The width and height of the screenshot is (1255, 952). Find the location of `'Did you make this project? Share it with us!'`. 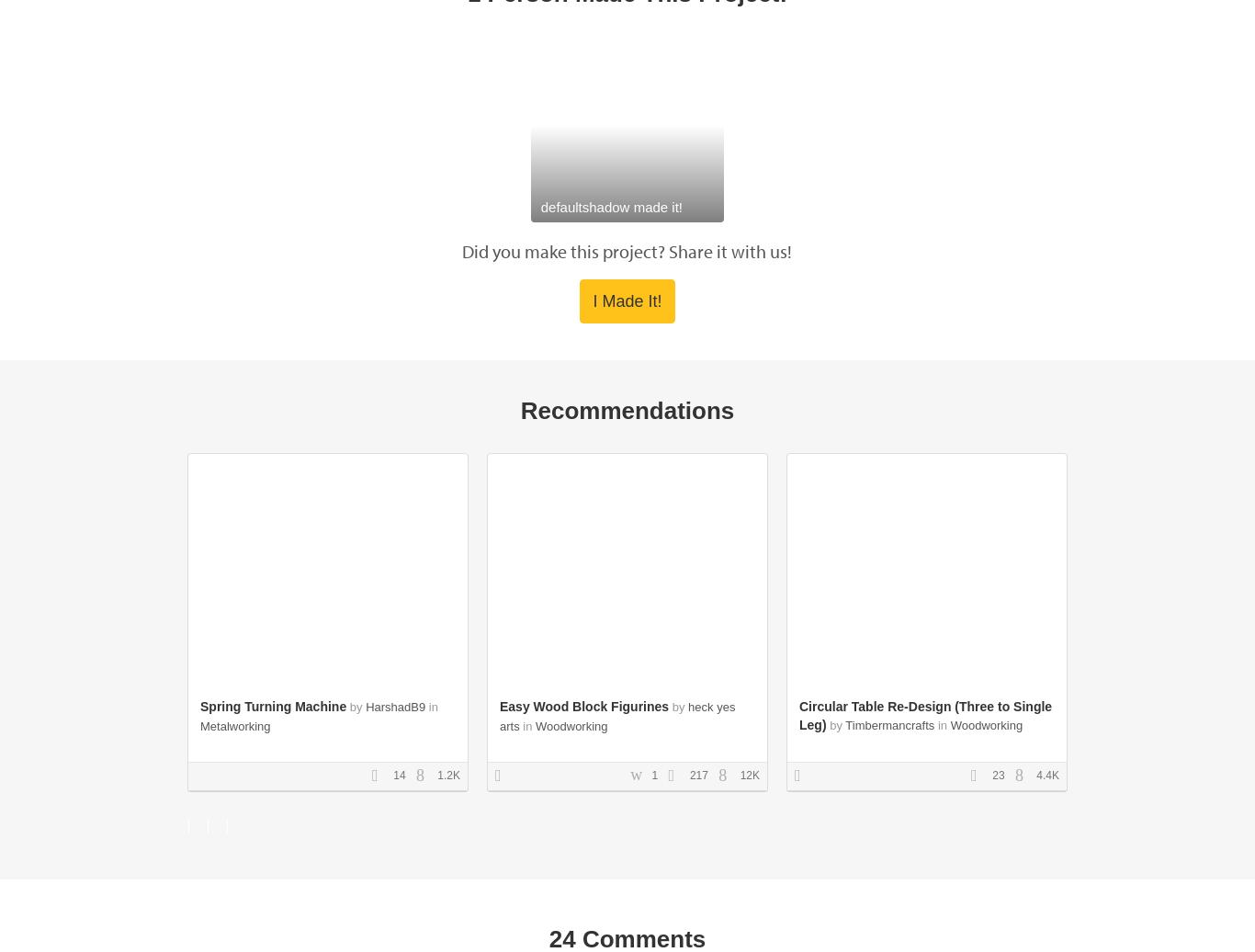

'Did you make this project? Share it with us!' is located at coordinates (626, 250).